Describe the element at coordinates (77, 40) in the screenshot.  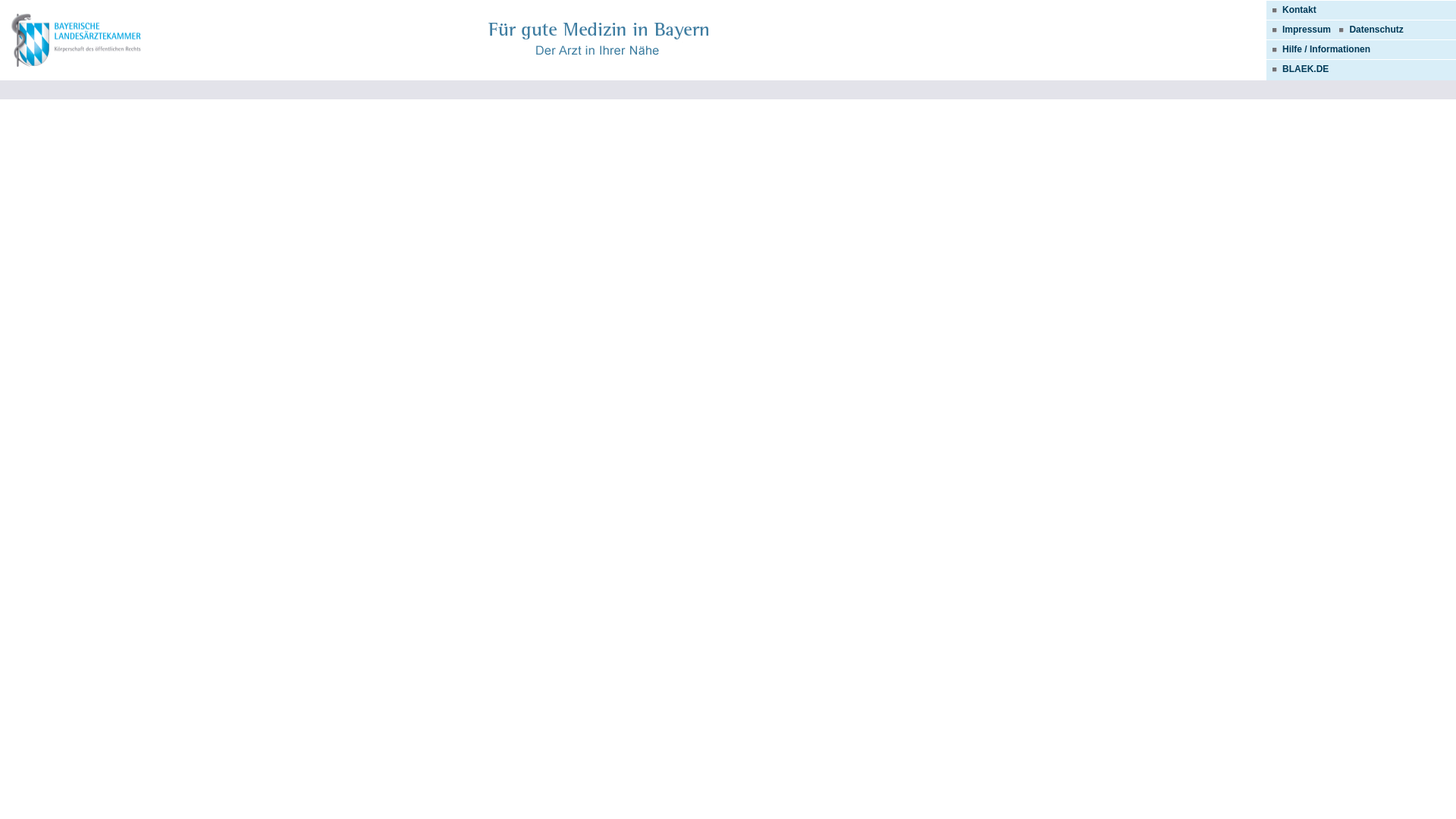
I see `'Arztsuche'` at that location.